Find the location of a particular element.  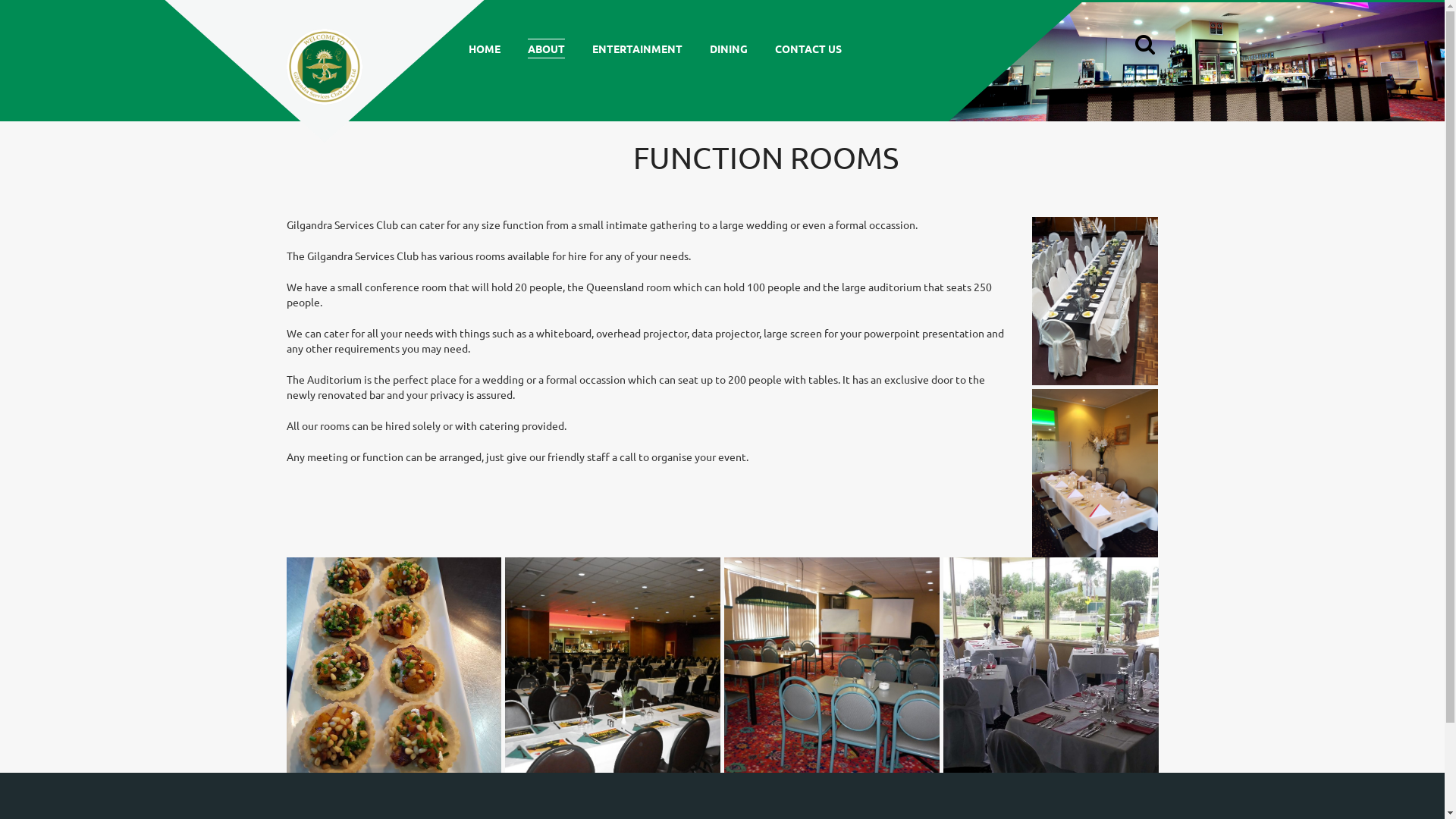

'Valentines-day-2' is located at coordinates (1050, 664).